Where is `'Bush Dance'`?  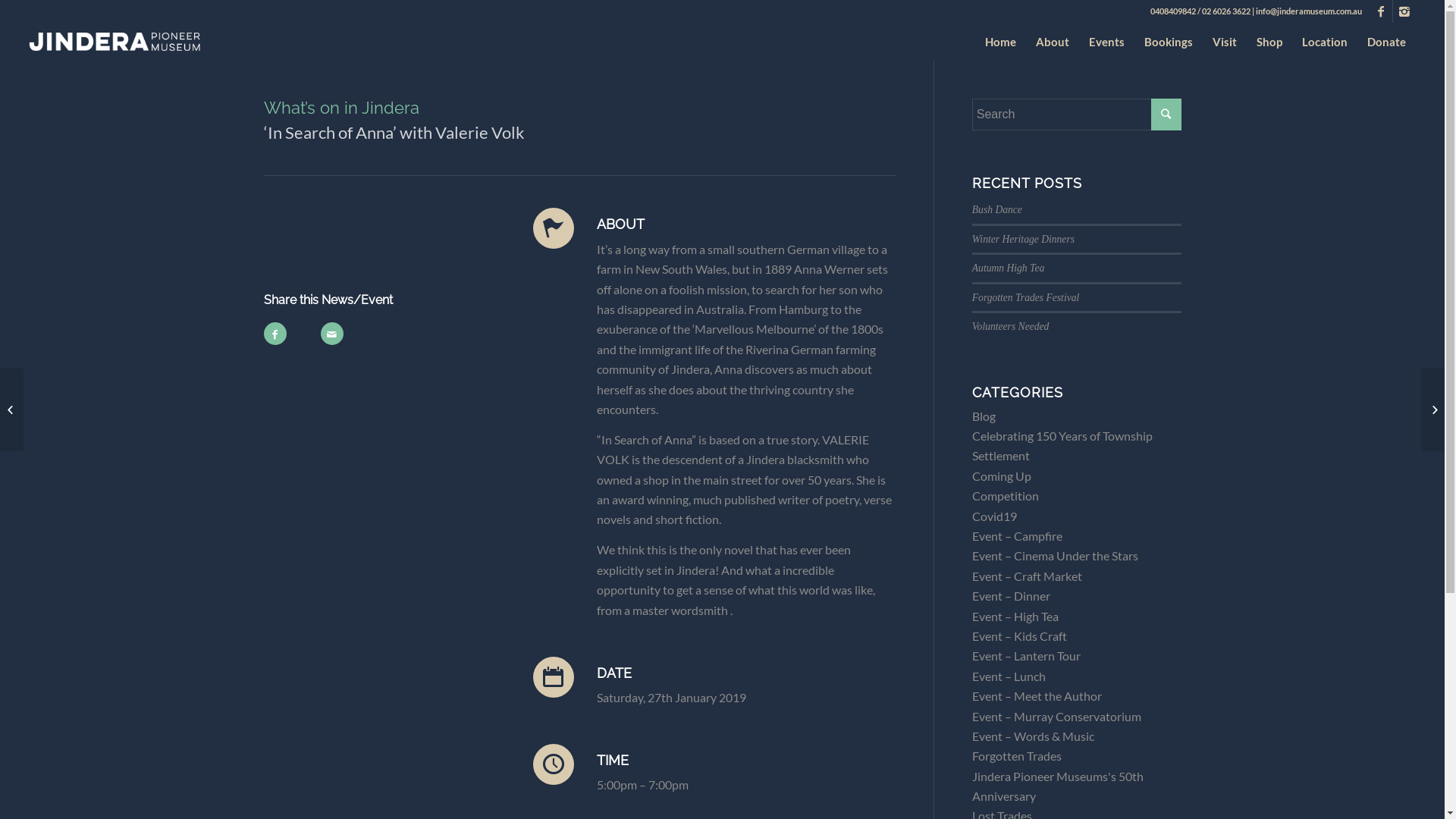 'Bush Dance' is located at coordinates (997, 209).